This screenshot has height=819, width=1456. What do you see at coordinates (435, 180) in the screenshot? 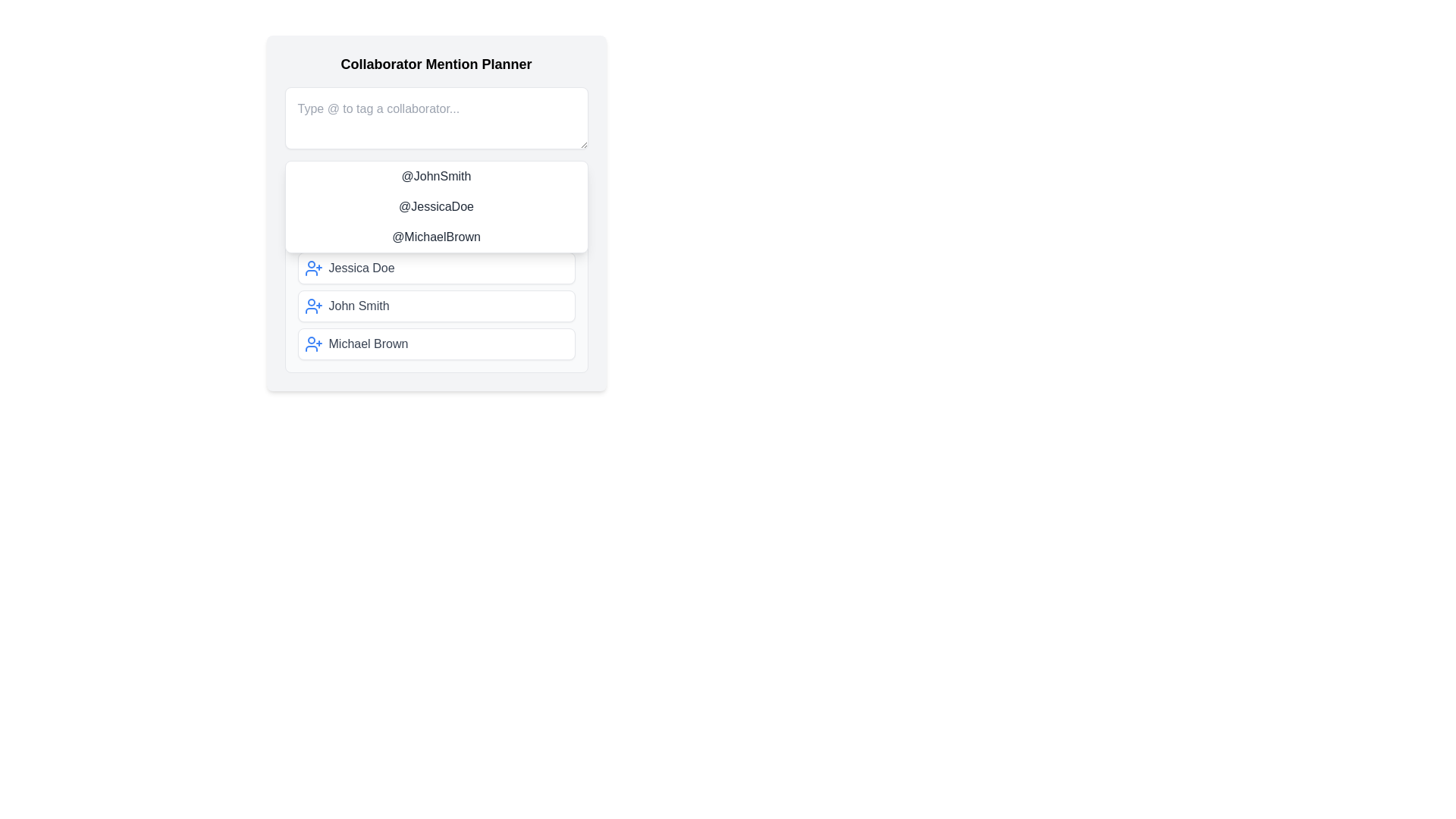
I see `the green button labeled 'Toggle Dropdown' for keyboard navigation` at bounding box center [435, 180].